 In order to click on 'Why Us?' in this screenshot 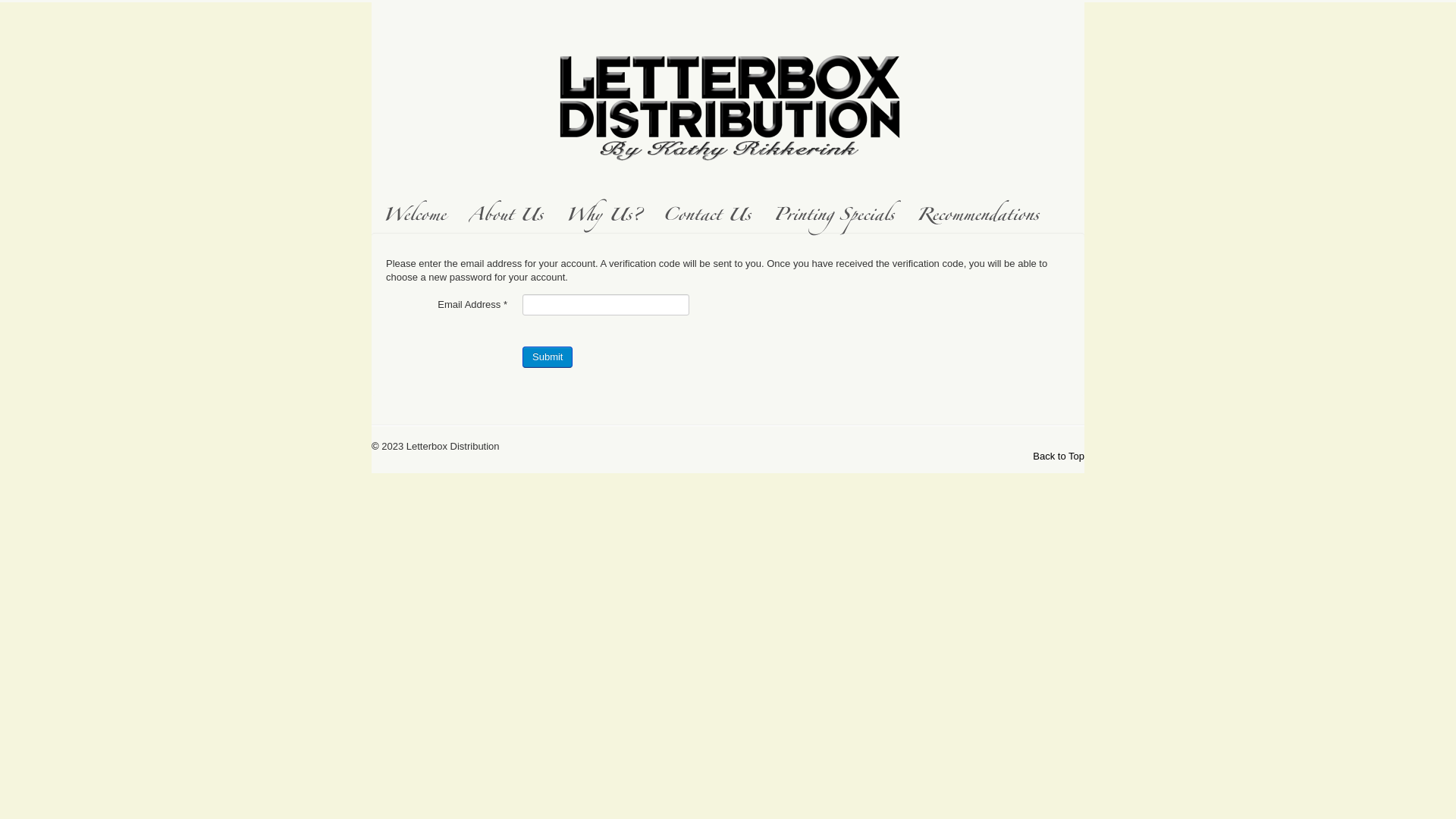, I will do `click(553, 217)`.